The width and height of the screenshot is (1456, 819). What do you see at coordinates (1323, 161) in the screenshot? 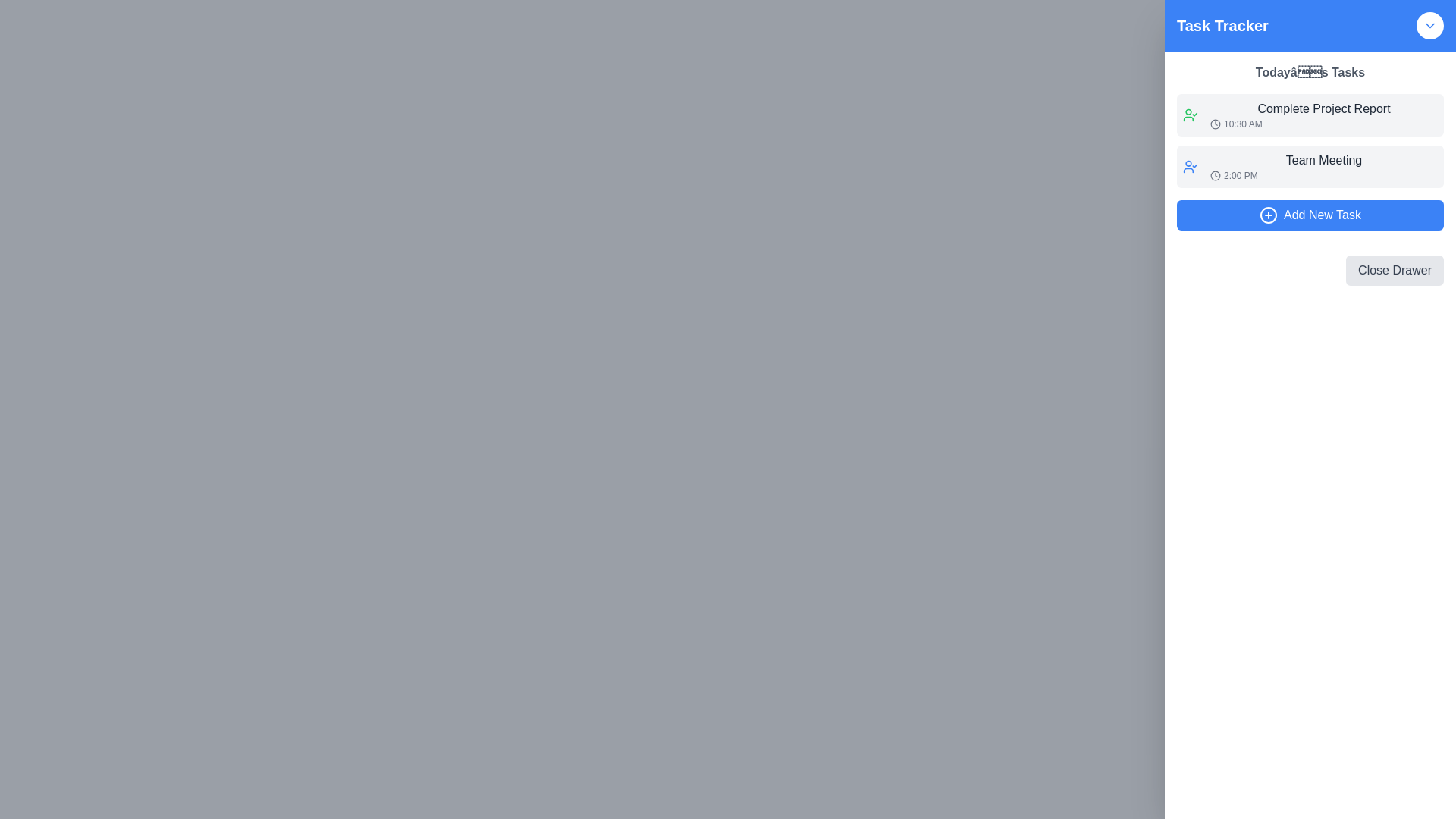
I see `the heading label located in the 'Team Meeting 2:00 PM' section of 'Today's Tasks', positioned above the text '2:00 PM'` at bounding box center [1323, 161].